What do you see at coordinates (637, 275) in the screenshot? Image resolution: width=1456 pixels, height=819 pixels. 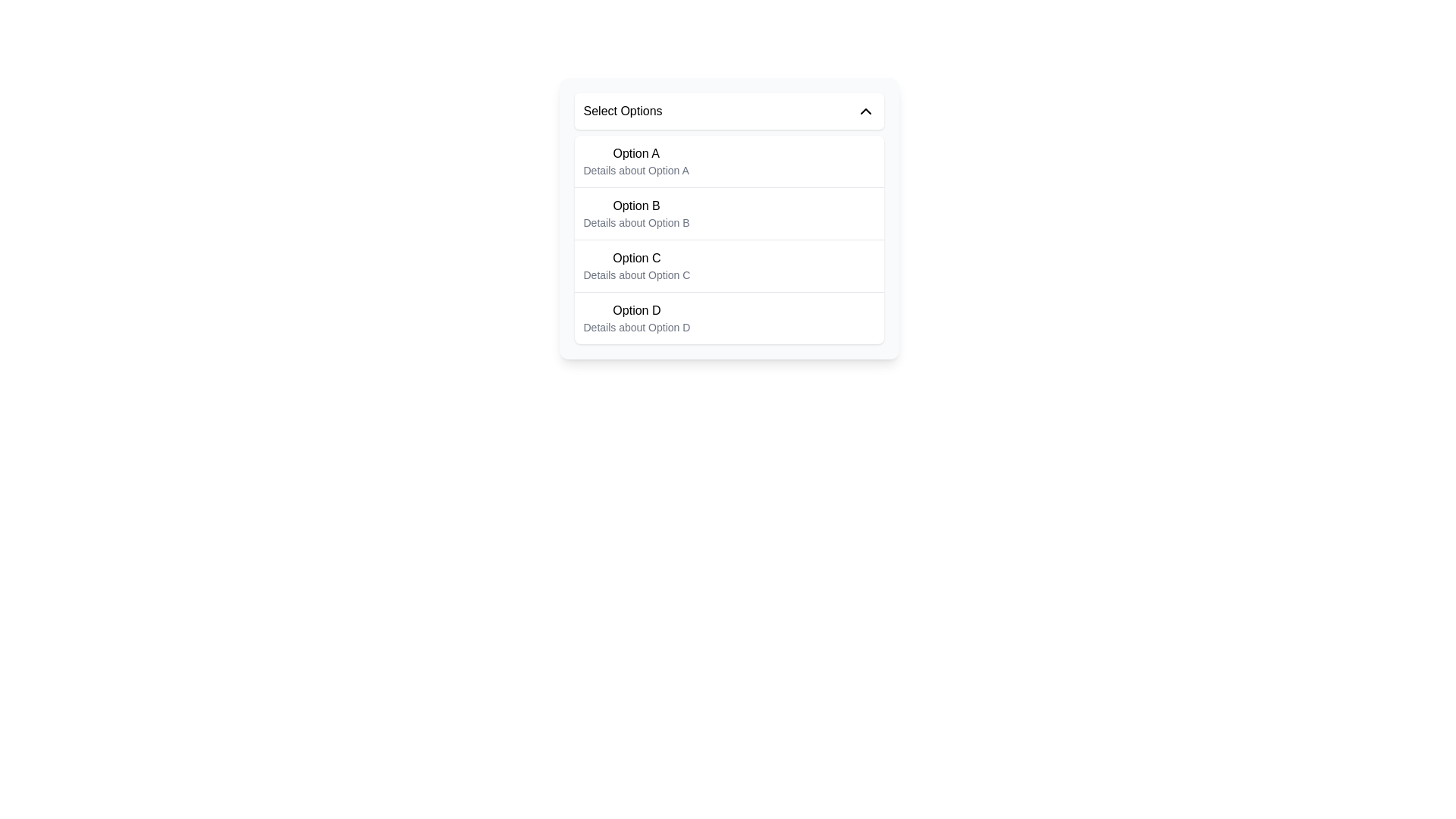 I see `the informational text label located below the 'Option C' text in the dropdown content area under 'Select Options'` at bounding box center [637, 275].